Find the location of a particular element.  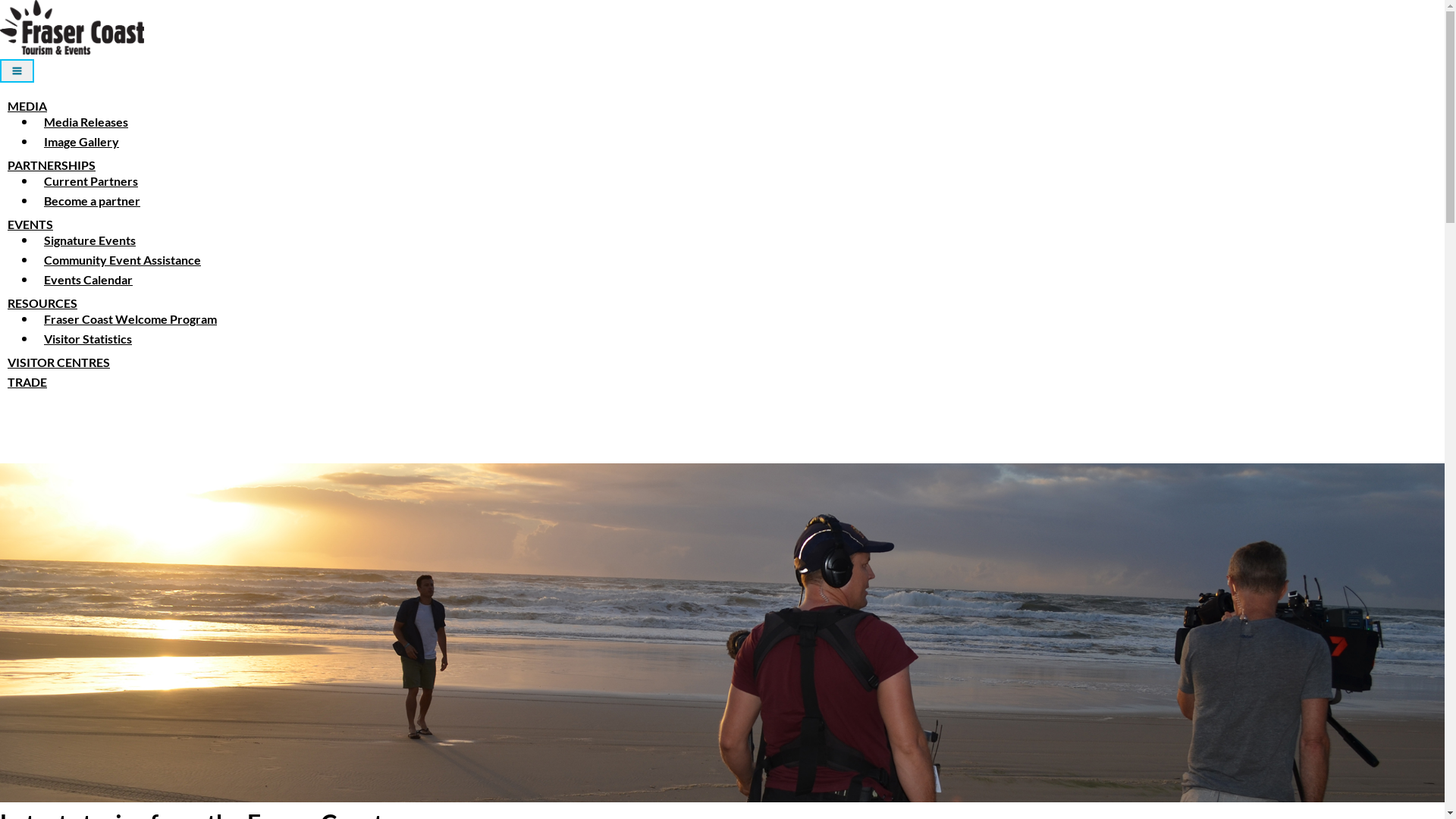

'VISITOR CENTRES' is located at coordinates (0, 362).